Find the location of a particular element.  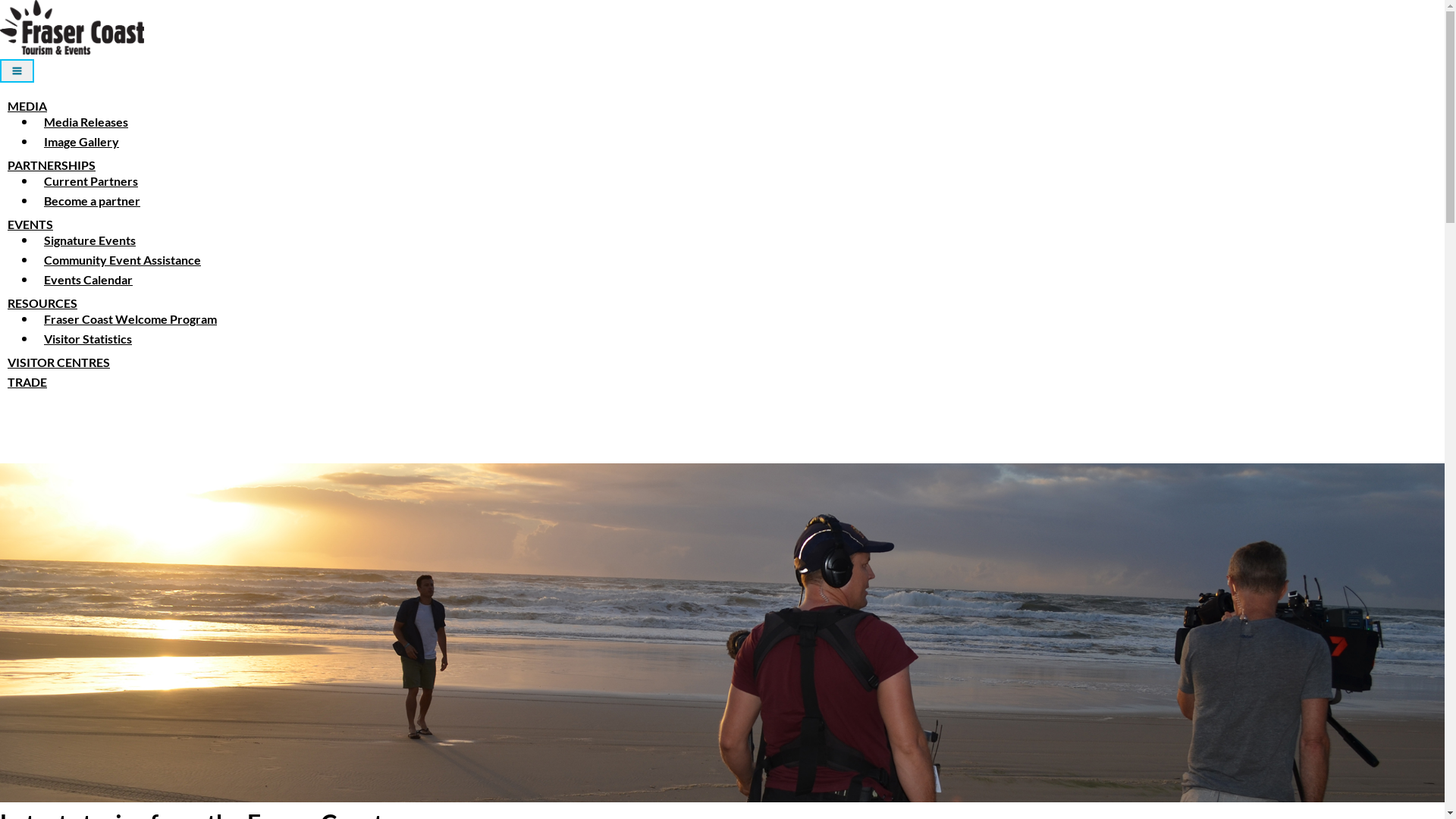

'VISITOR CENTRES' is located at coordinates (0, 362).